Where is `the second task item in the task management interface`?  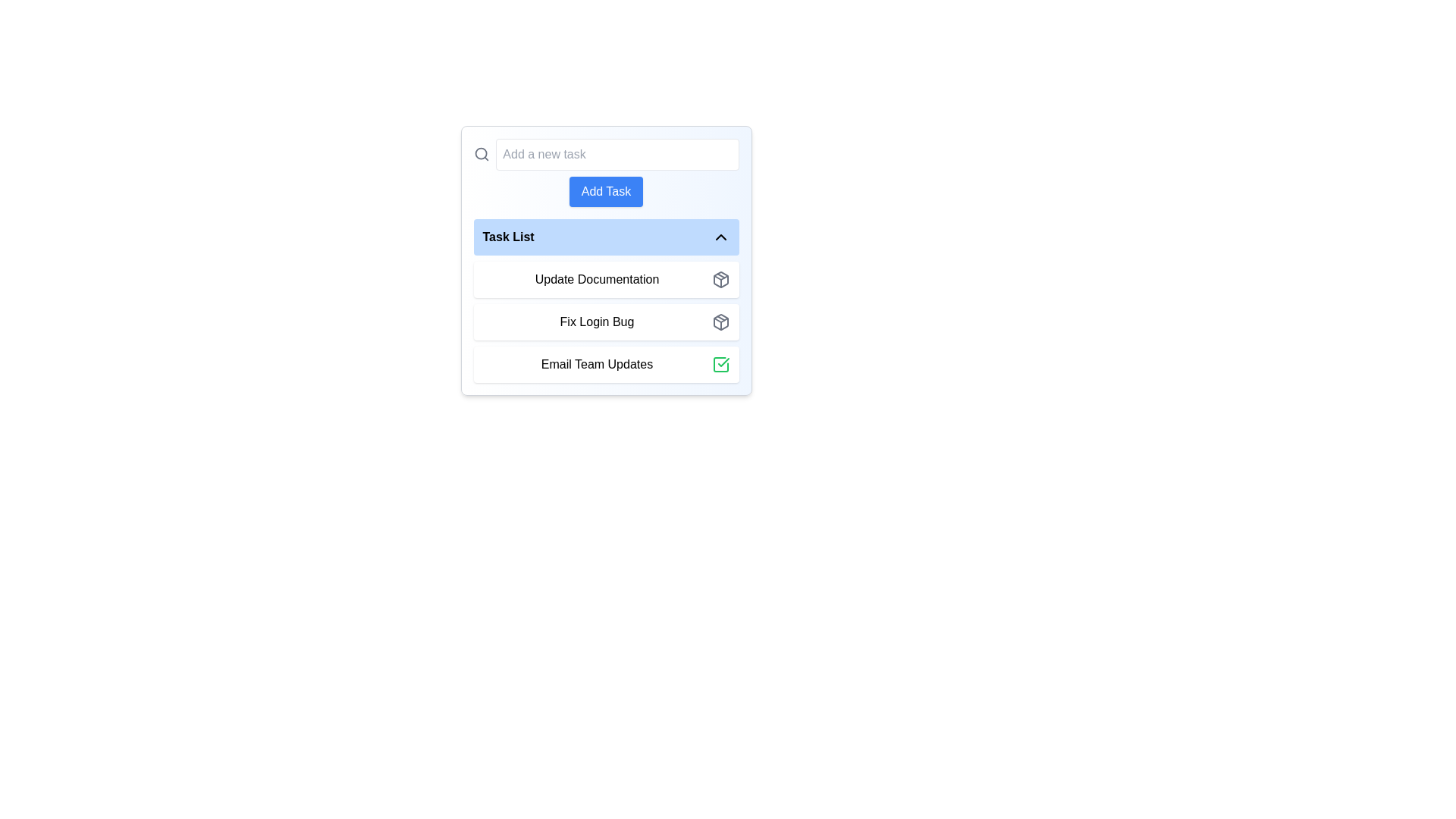 the second task item in the task management interface is located at coordinates (605, 321).